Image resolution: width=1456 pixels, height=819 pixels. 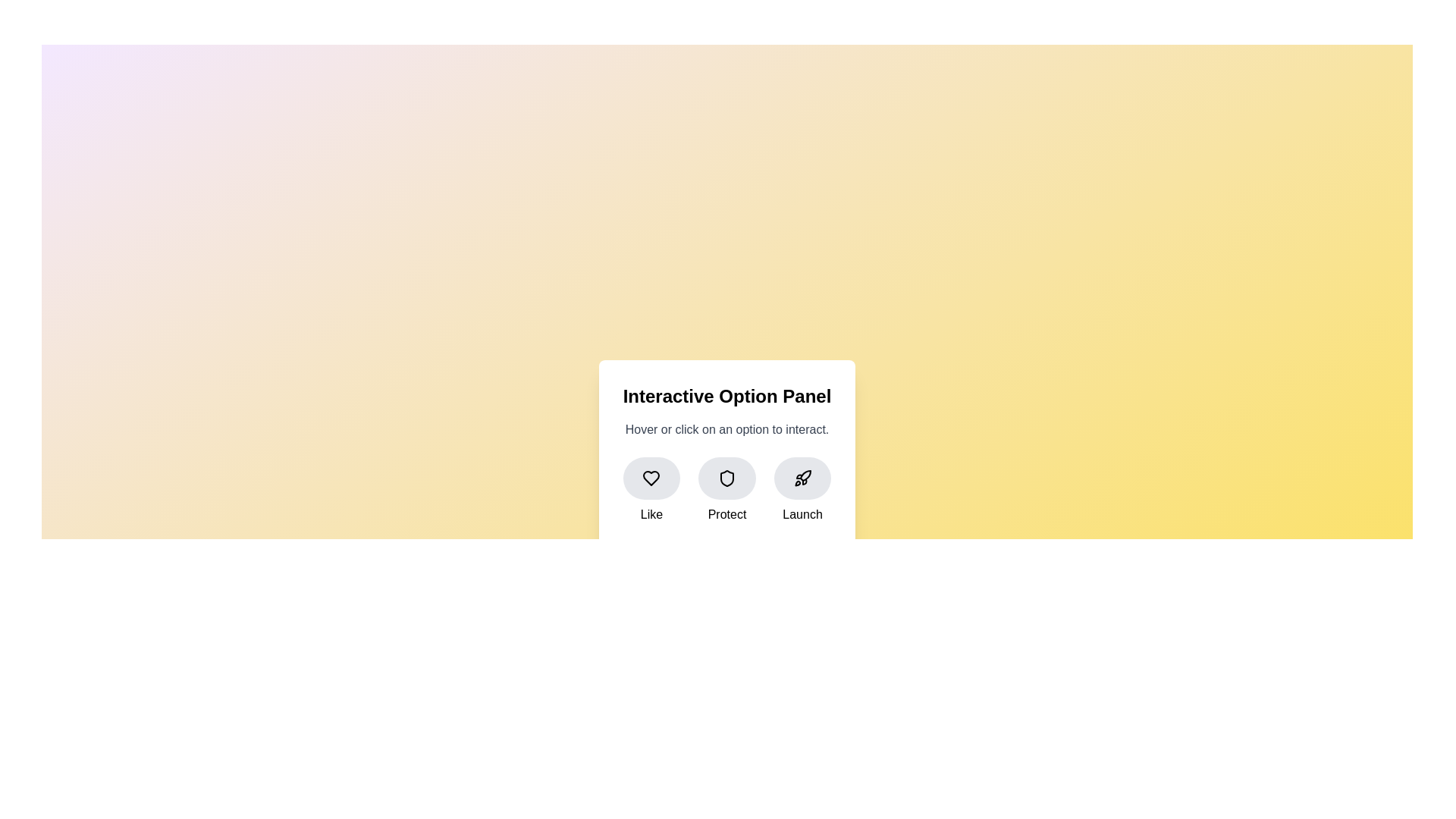 I want to click on the rightmost button in the 'Interactive Option Panel' that serves as a trigger for the 'Launch' action, located directly above the text 'Launch.', so click(x=802, y=479).